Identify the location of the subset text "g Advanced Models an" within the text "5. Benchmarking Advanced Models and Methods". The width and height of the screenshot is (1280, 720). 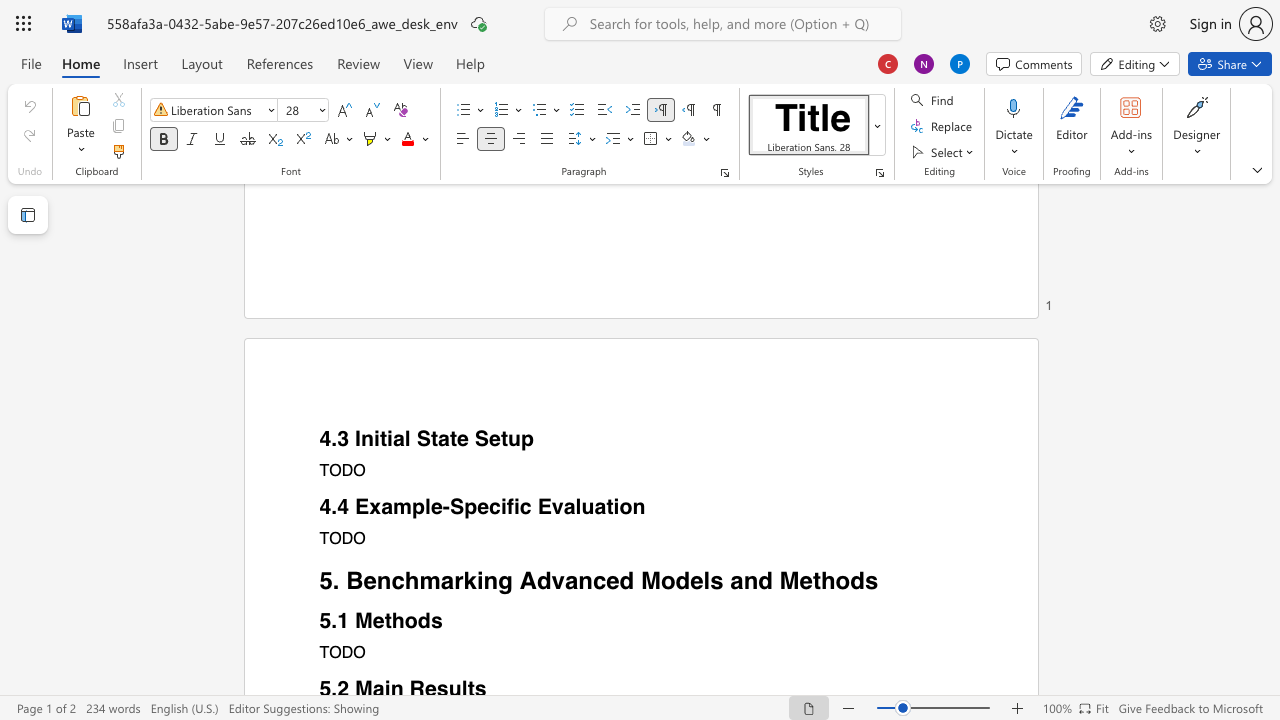
(498, 580).